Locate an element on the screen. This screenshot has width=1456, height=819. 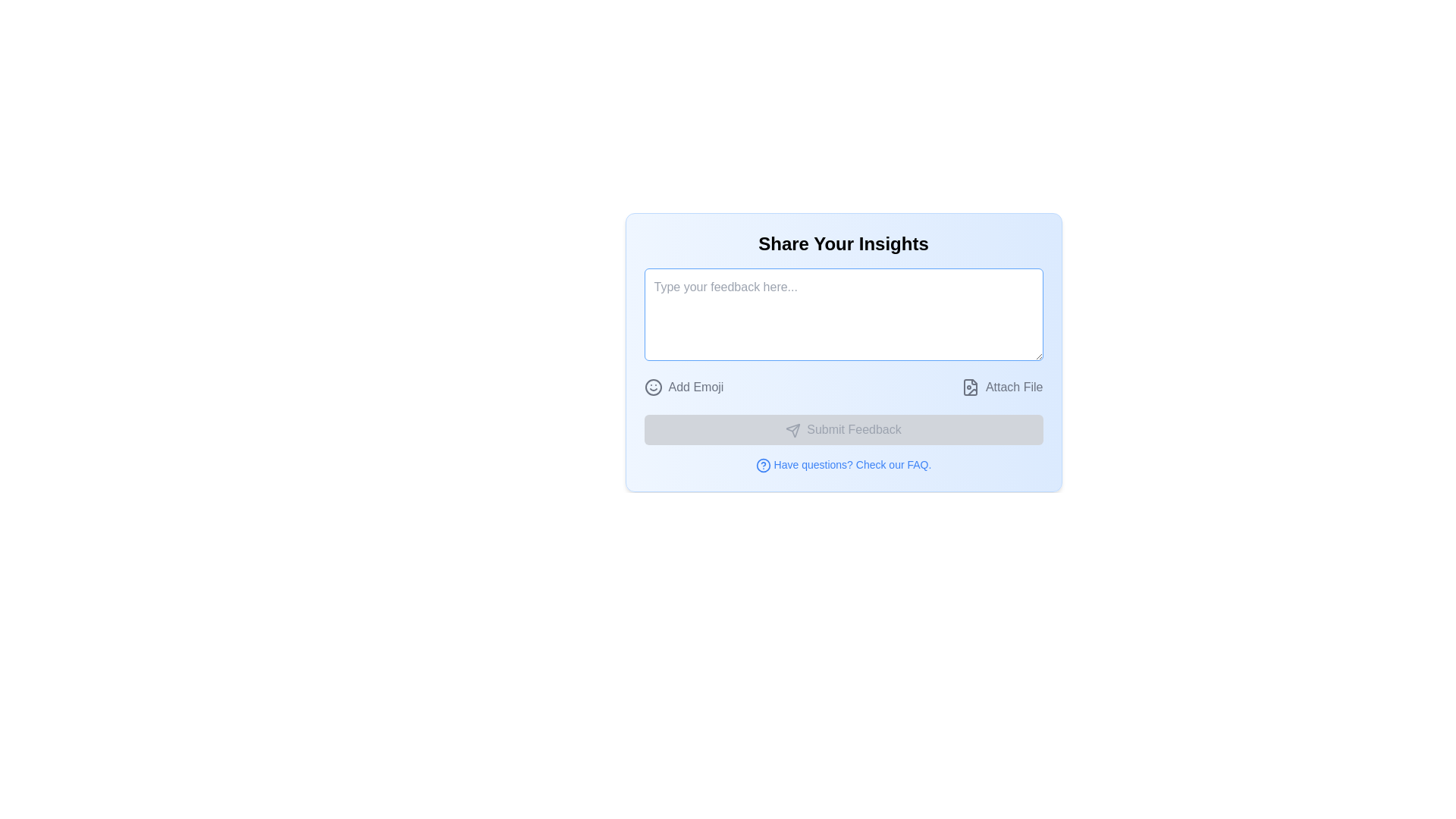
the 'Attach File' button located in the bottom-right of the 'Share Your Insights' panel to initiate the file attachment process is located at coordinates (1014, 386).